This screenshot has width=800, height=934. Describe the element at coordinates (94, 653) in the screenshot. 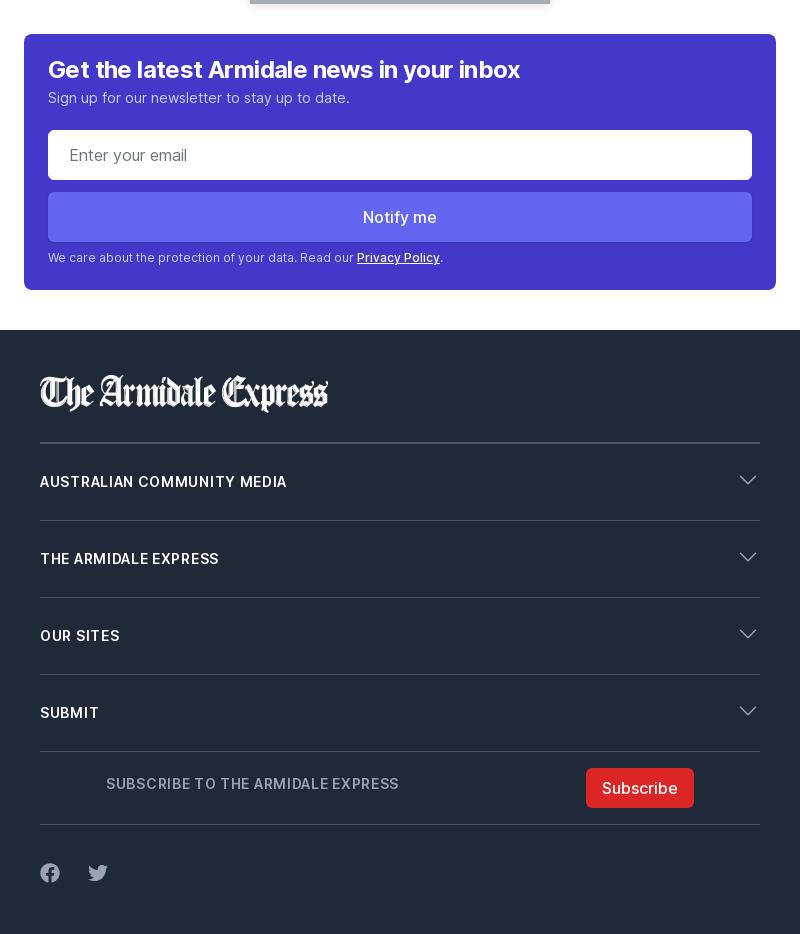

I see `'Working With Us'` at that location.